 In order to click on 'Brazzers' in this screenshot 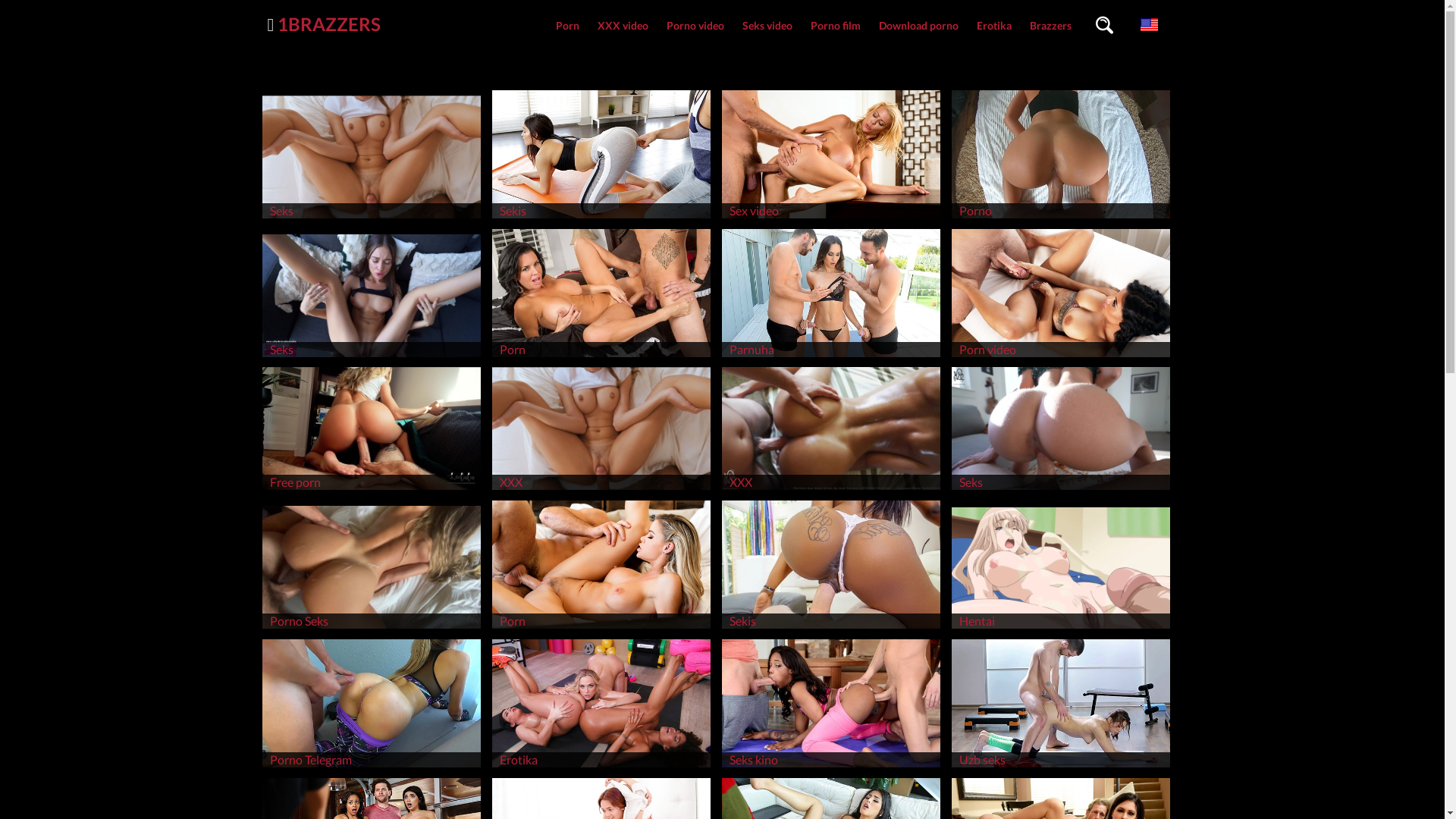, I will do `click(1050, 26)`.